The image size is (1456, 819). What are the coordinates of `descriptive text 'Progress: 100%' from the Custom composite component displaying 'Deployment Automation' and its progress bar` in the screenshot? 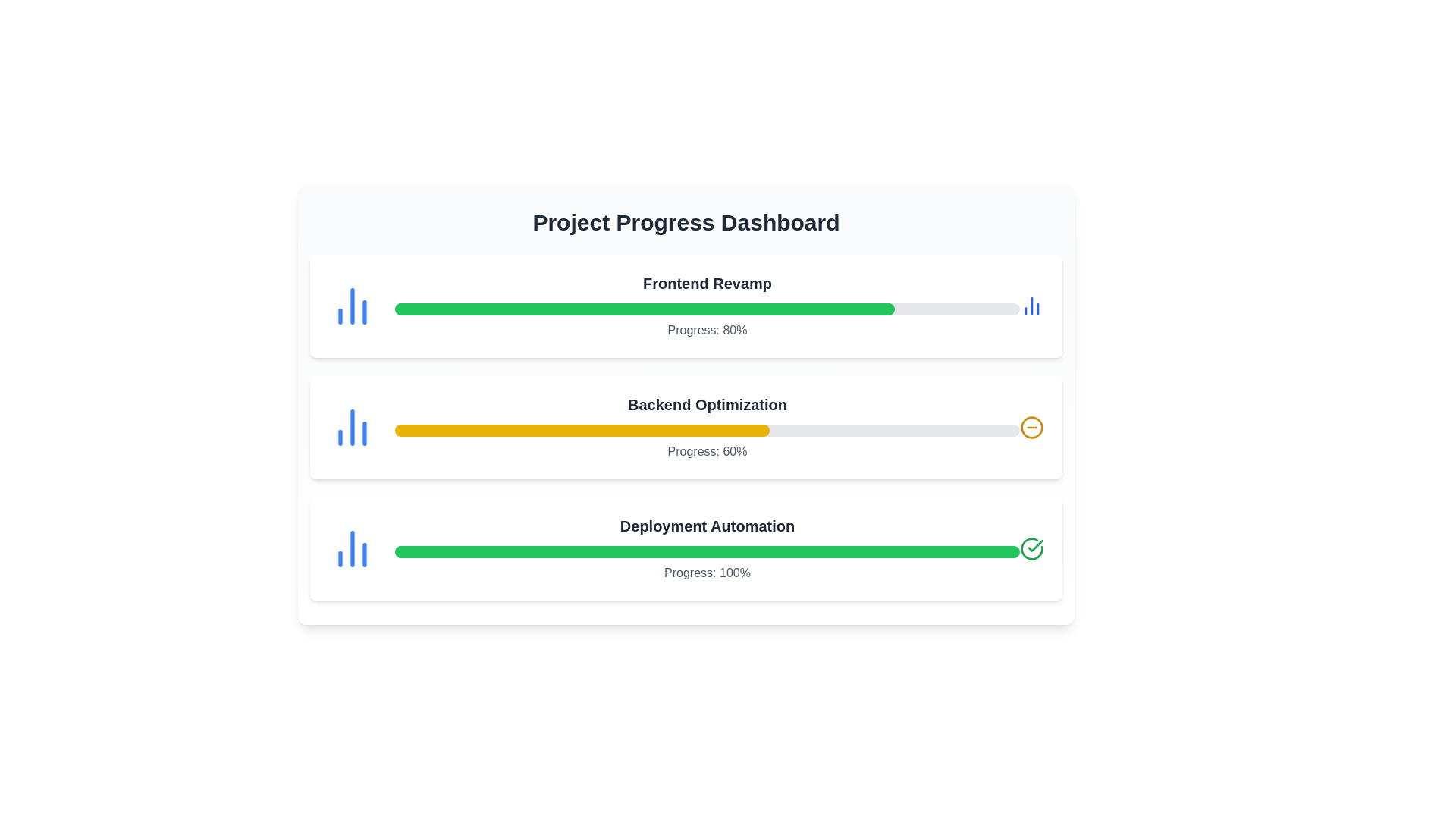 It's located at (706, 549).